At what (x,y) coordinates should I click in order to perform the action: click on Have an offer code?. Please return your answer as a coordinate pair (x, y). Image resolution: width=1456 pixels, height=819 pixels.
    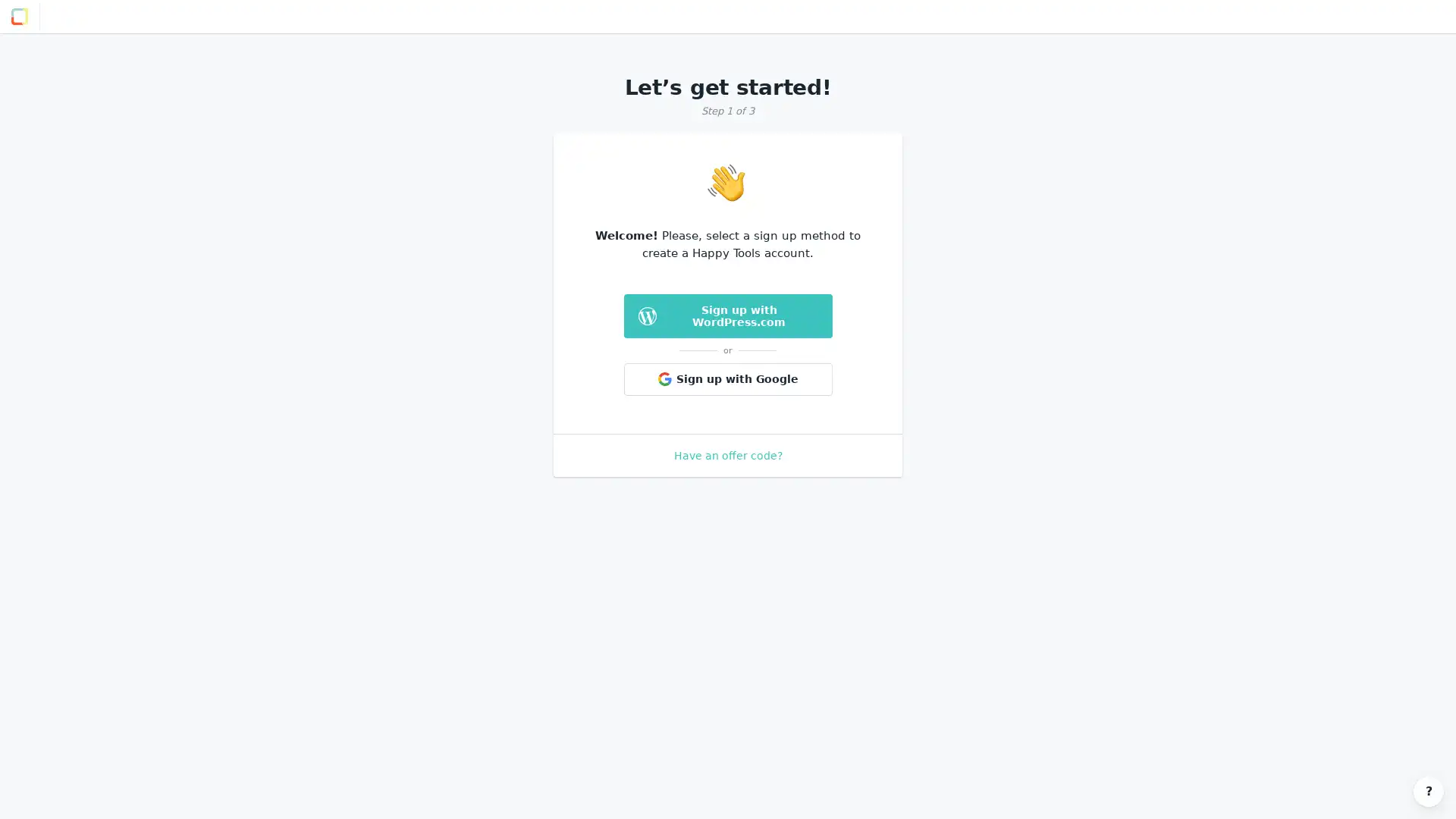
    Looking at the image, I should click on (726, 454).